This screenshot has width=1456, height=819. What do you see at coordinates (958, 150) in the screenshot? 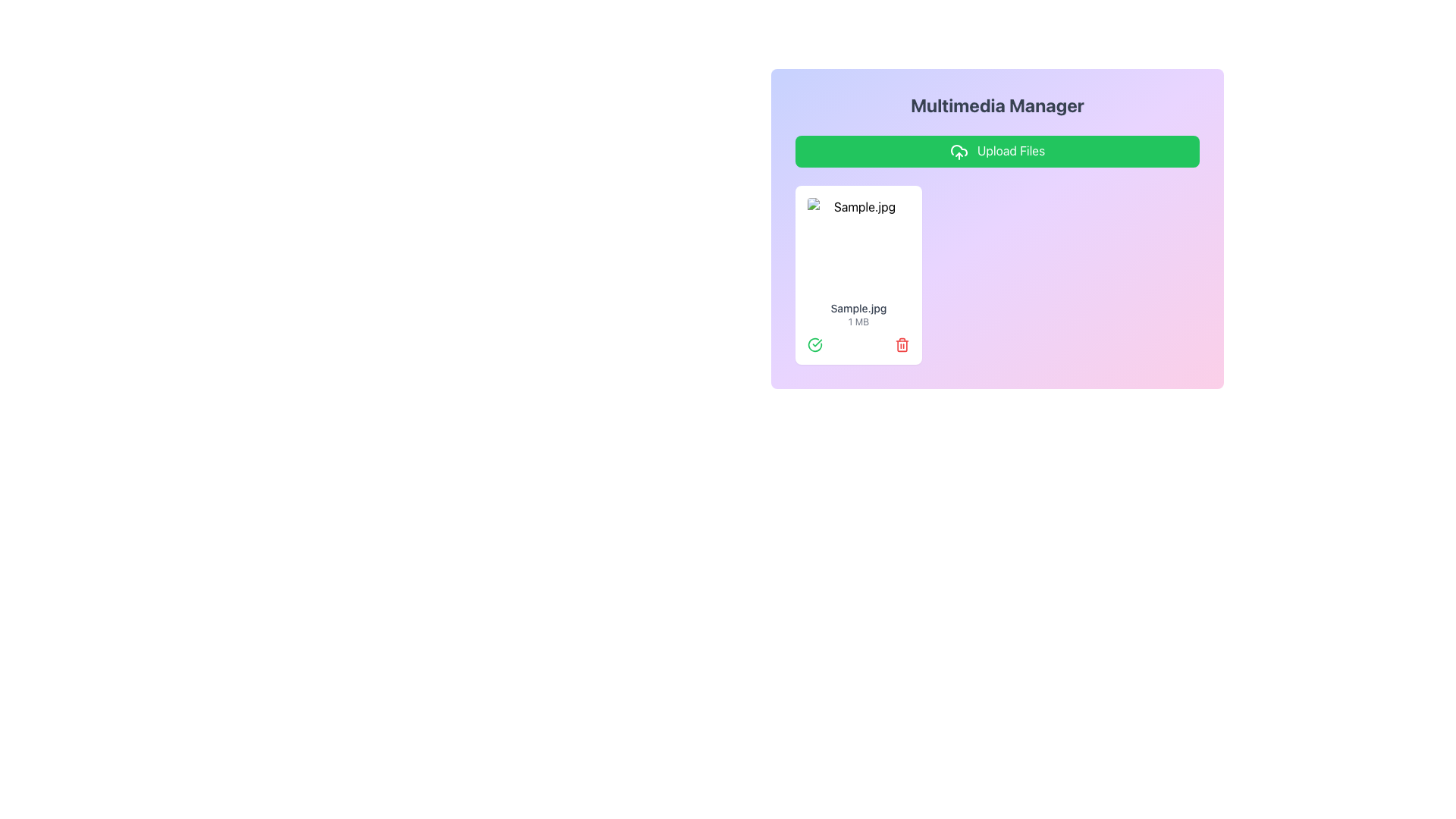
I see `the cloud icon with an upward arrow indicating an upload action, which is part of the green 'Upload Files' button located near the top center of the interface` at bounding box center [958, 150].